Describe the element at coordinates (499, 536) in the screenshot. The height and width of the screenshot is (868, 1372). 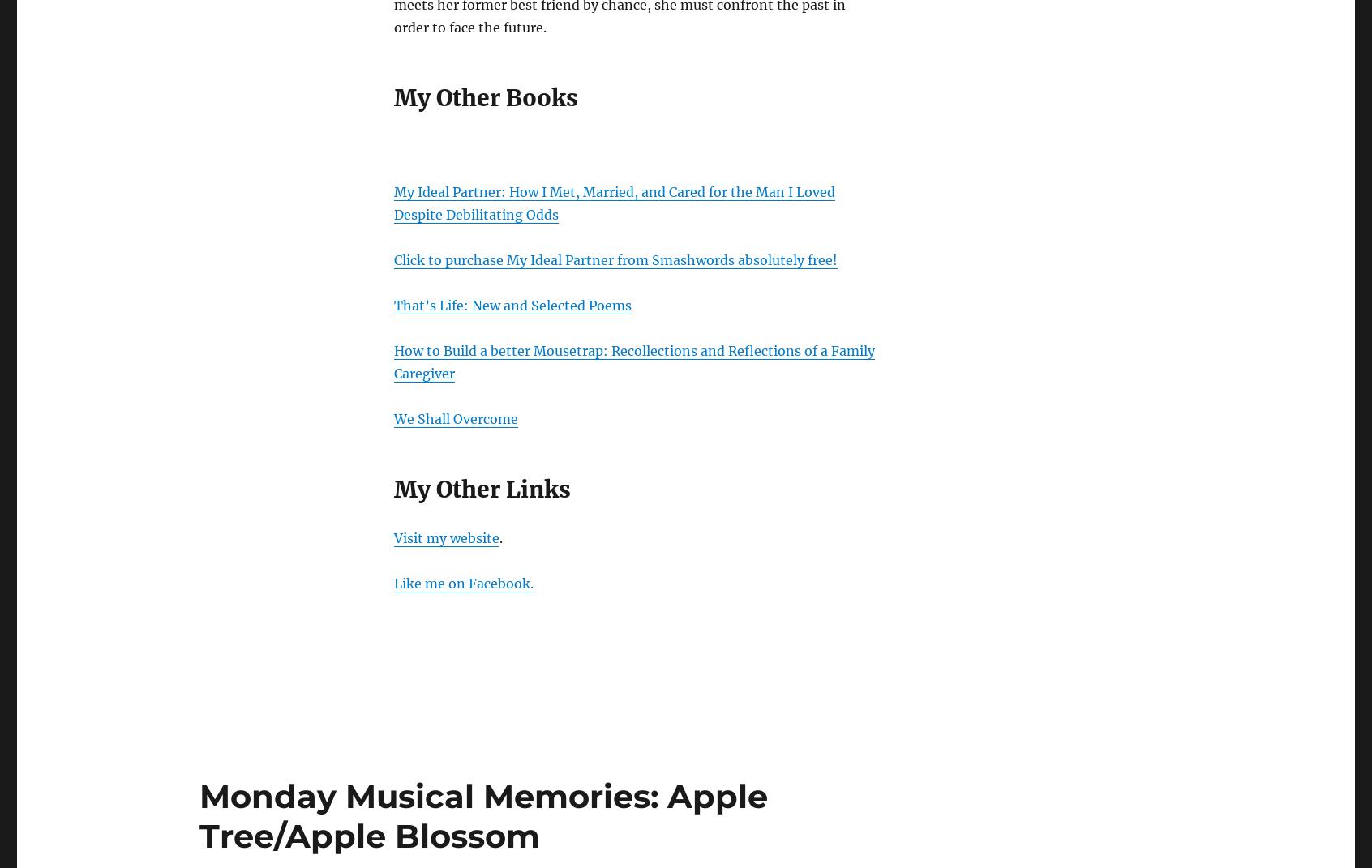
I see `'.'` at that location.